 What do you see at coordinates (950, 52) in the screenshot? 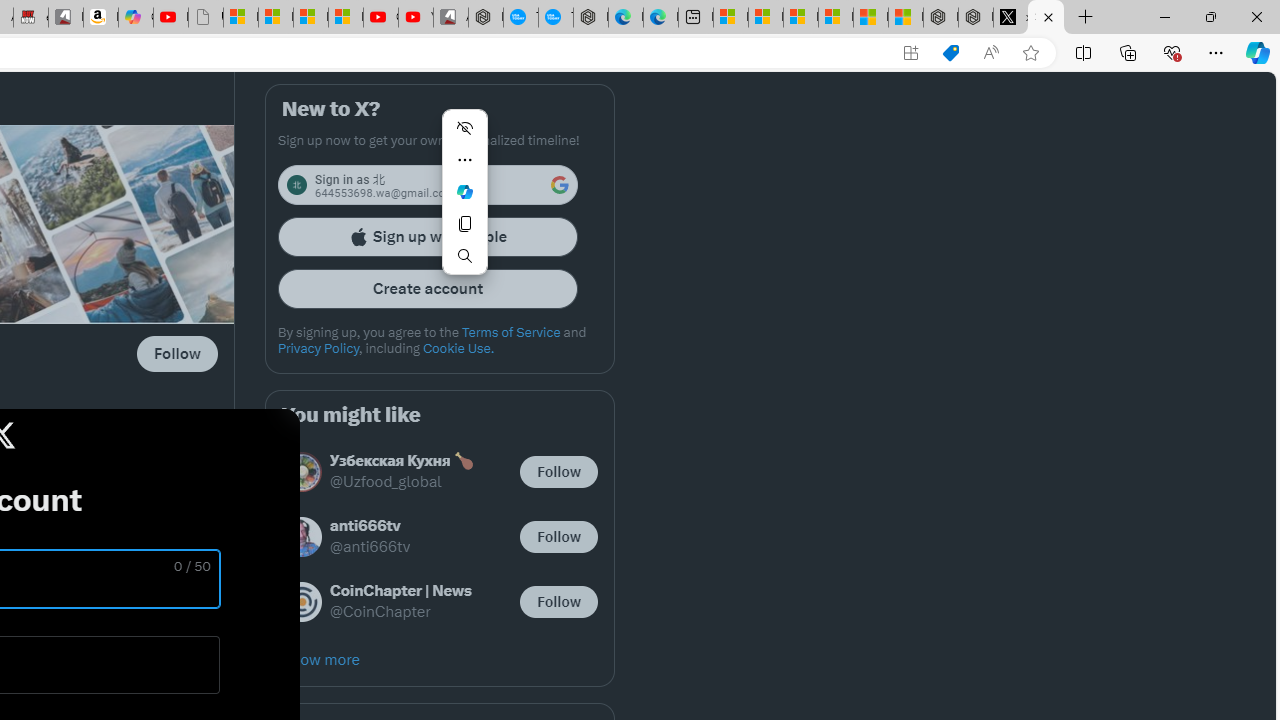
I see `'Shopping in Microsoft Edge'` at bounding box center [950, 52].